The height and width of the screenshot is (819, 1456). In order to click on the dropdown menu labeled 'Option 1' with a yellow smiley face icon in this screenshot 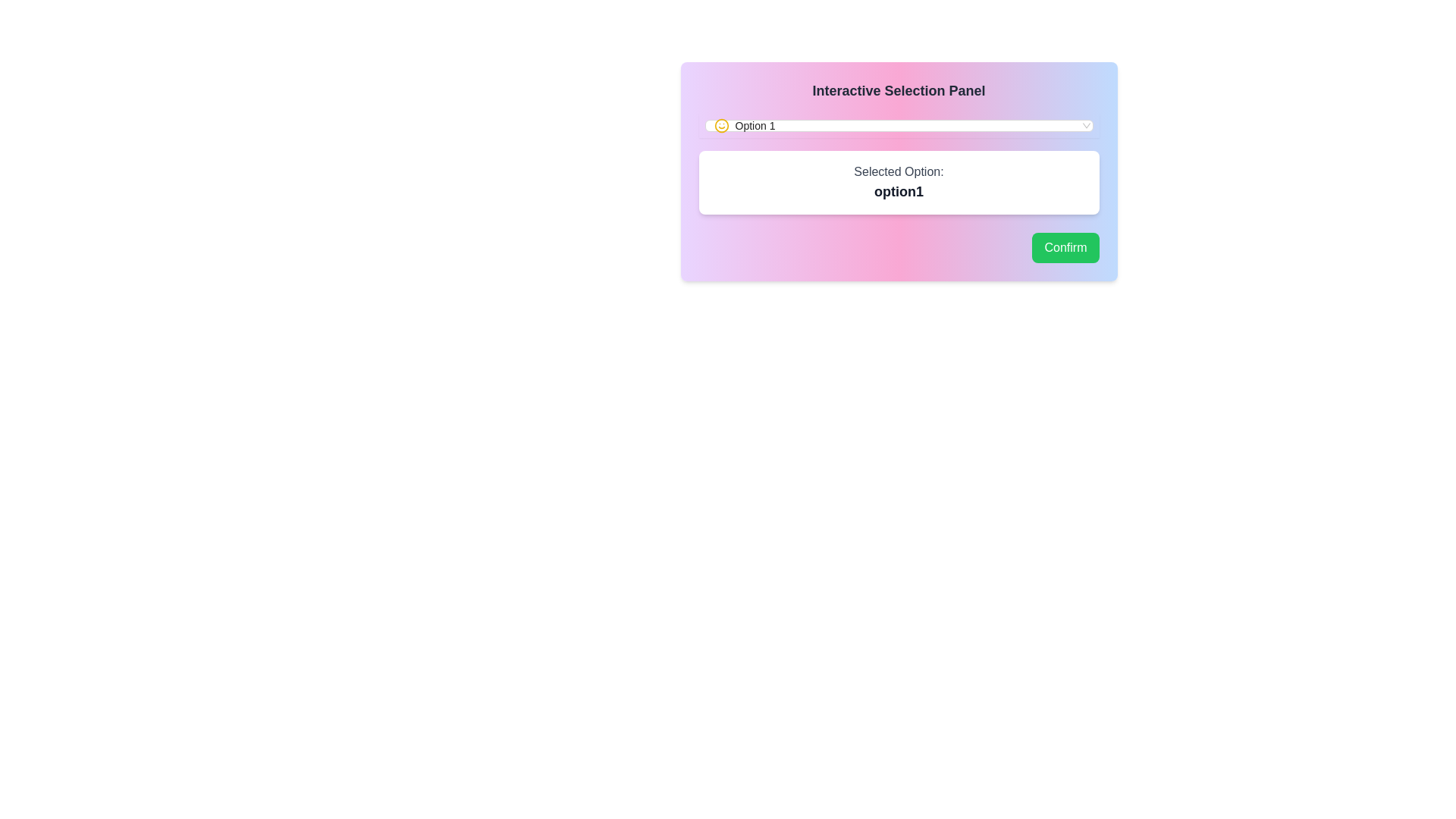, I will do `click(899, 124)`.